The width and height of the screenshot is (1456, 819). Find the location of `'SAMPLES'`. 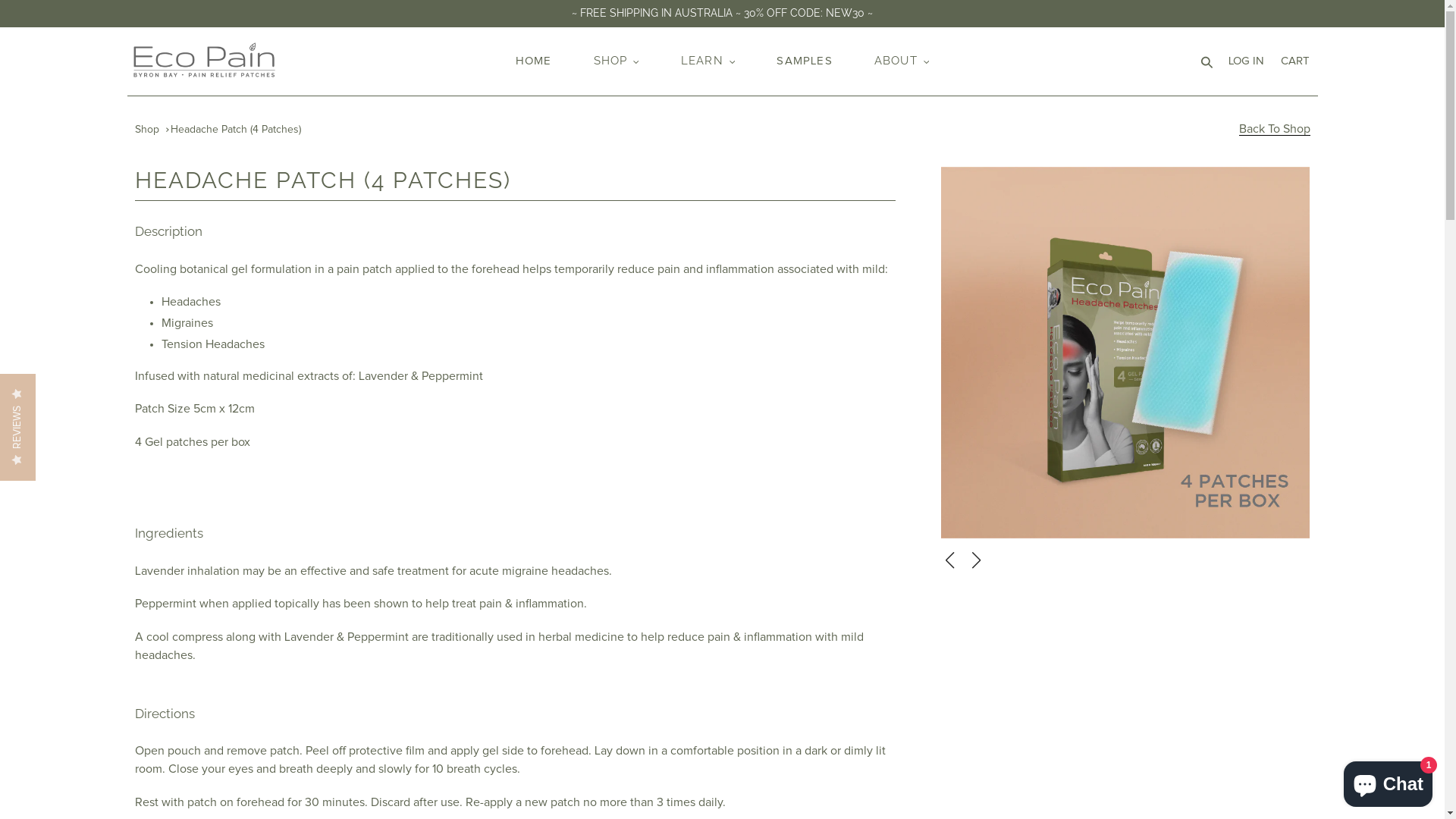

'SAMPLES' is located at coordinates (768, 61).